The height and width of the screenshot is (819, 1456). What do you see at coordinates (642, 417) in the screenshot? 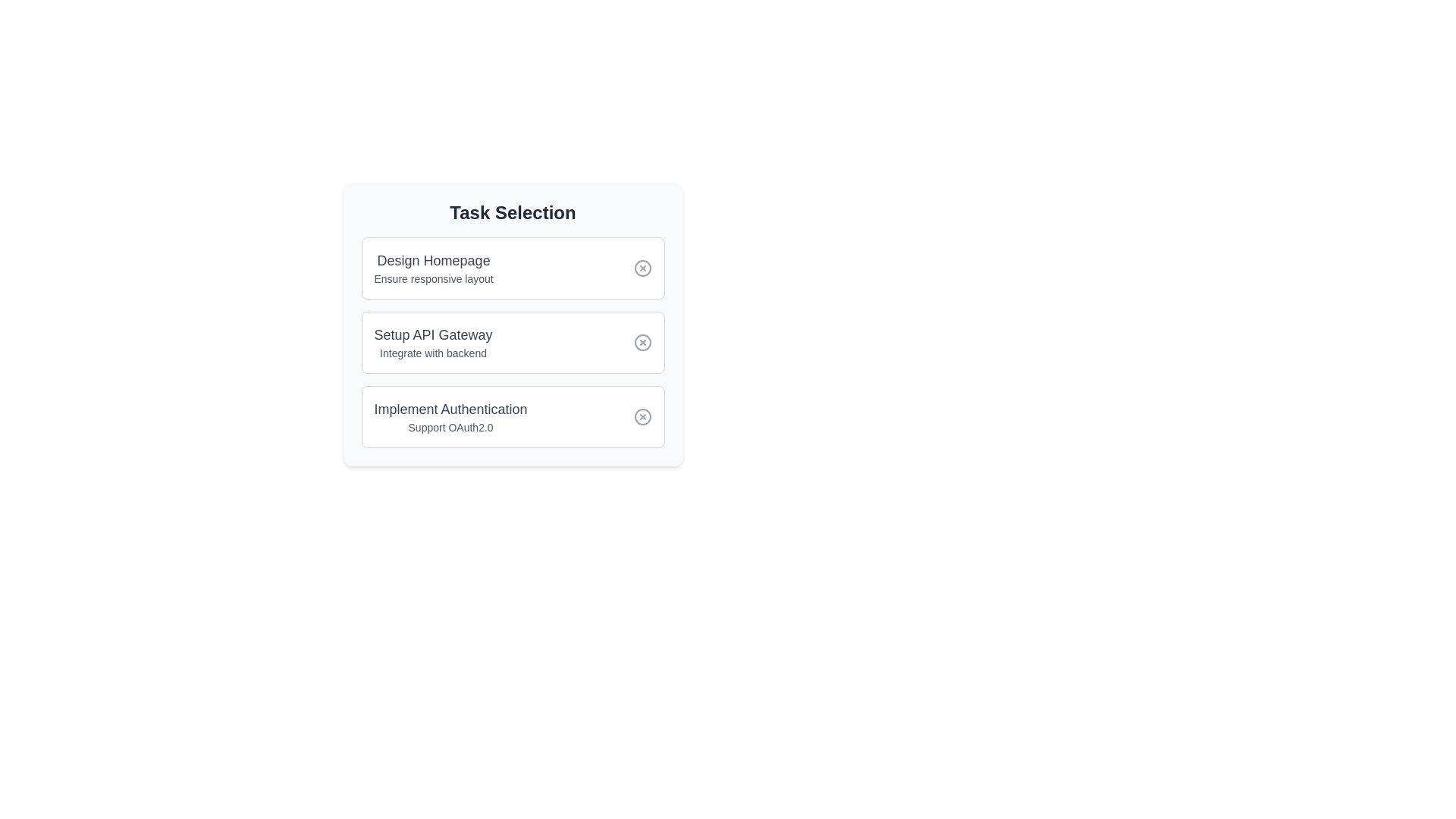
I see `the Circular Icon on the far-right of the 'Implement Authentication' task row` at bounding box center [642, 417].